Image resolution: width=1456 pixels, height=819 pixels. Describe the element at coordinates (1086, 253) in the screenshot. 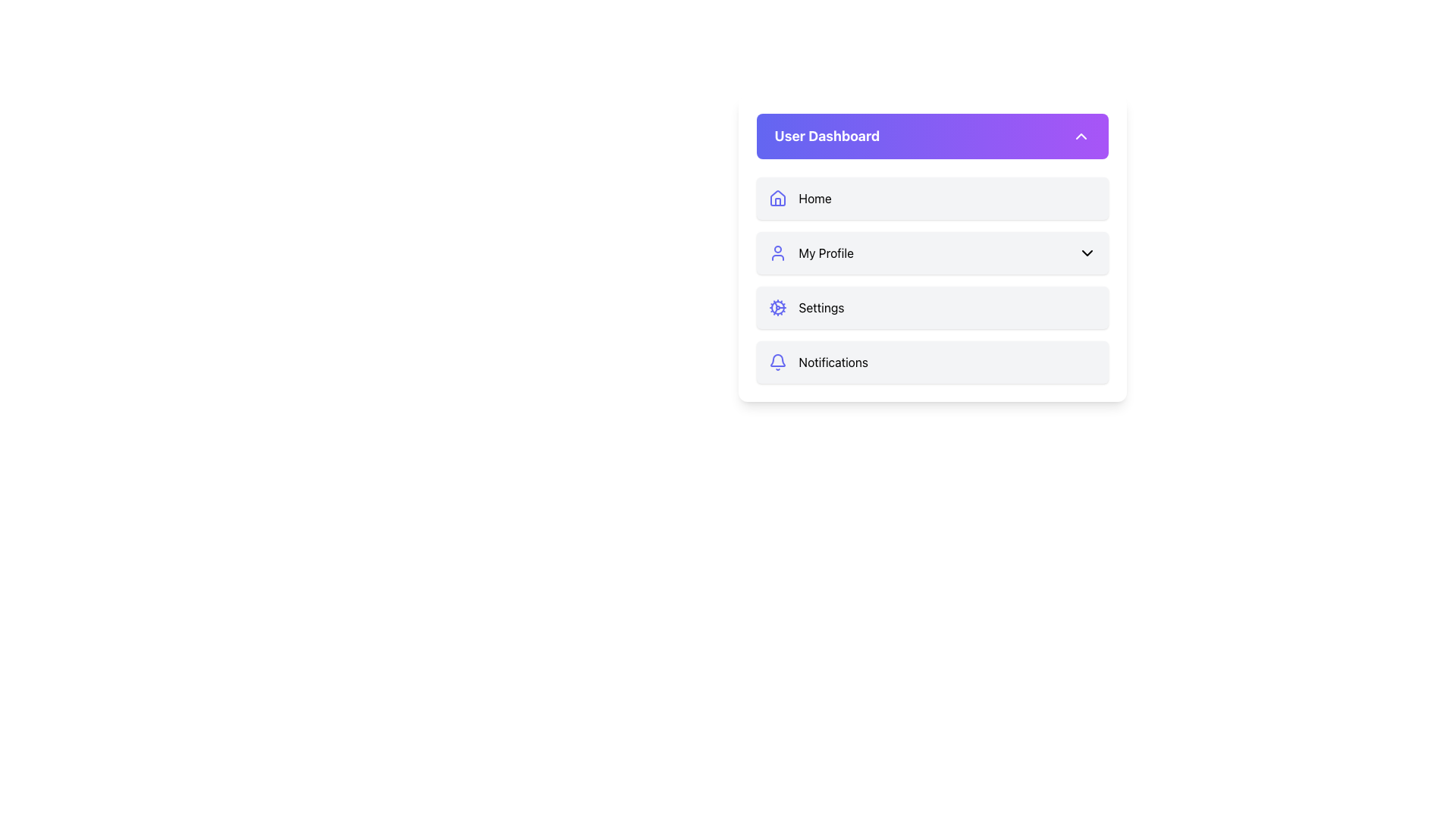

I see `the toggle icon located to the far-right of the 'My Profile' text` at that location.